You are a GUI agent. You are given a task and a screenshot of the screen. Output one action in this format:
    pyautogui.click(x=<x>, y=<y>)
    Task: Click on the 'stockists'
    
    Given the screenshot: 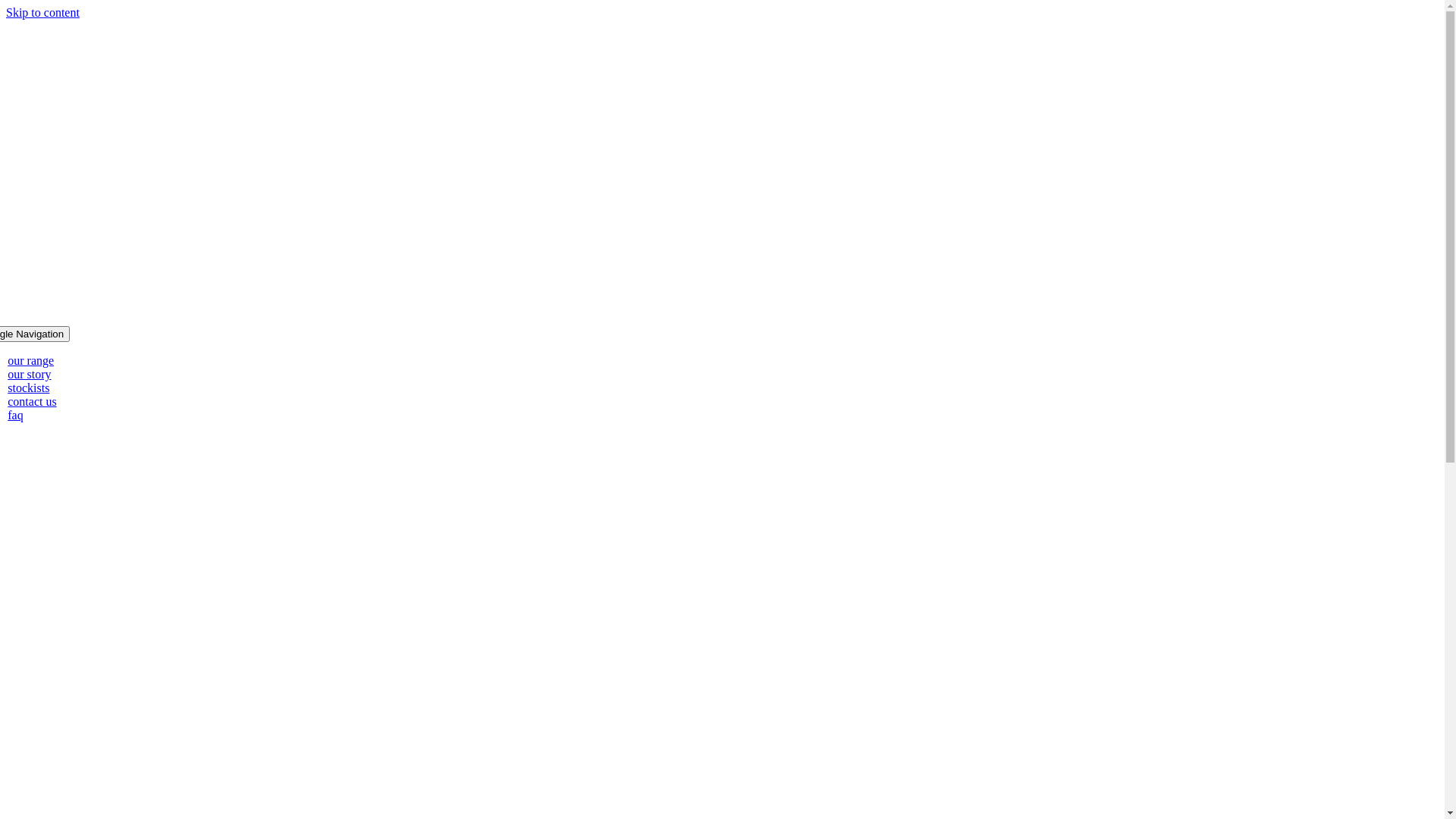 What is the action you would take?
    pyautogui.click(x=28, y=387)
    